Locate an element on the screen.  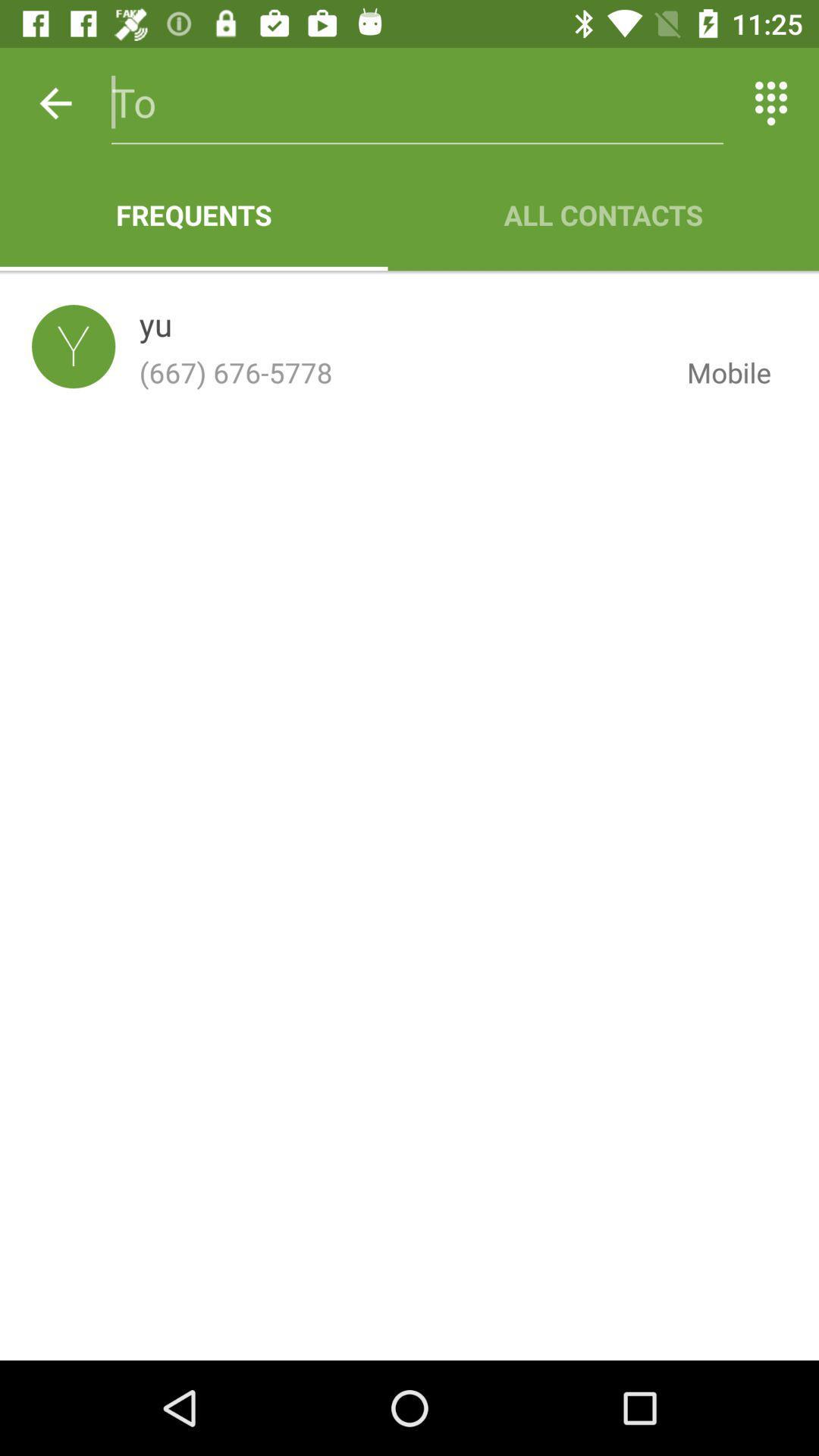
item next to the frequents is located at coordinates (602, 214).